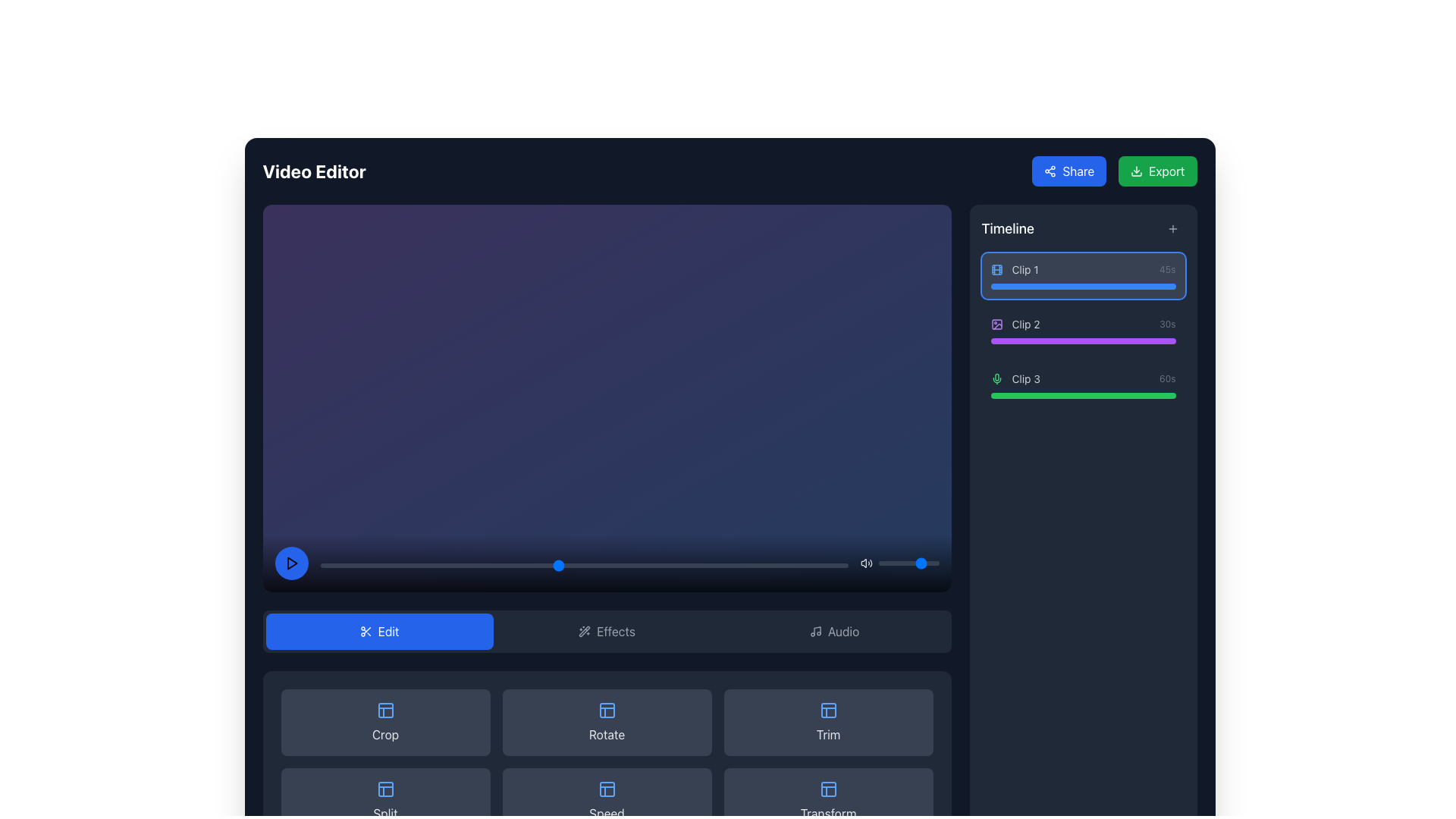  I want to click on the slider, so click(884, 563).